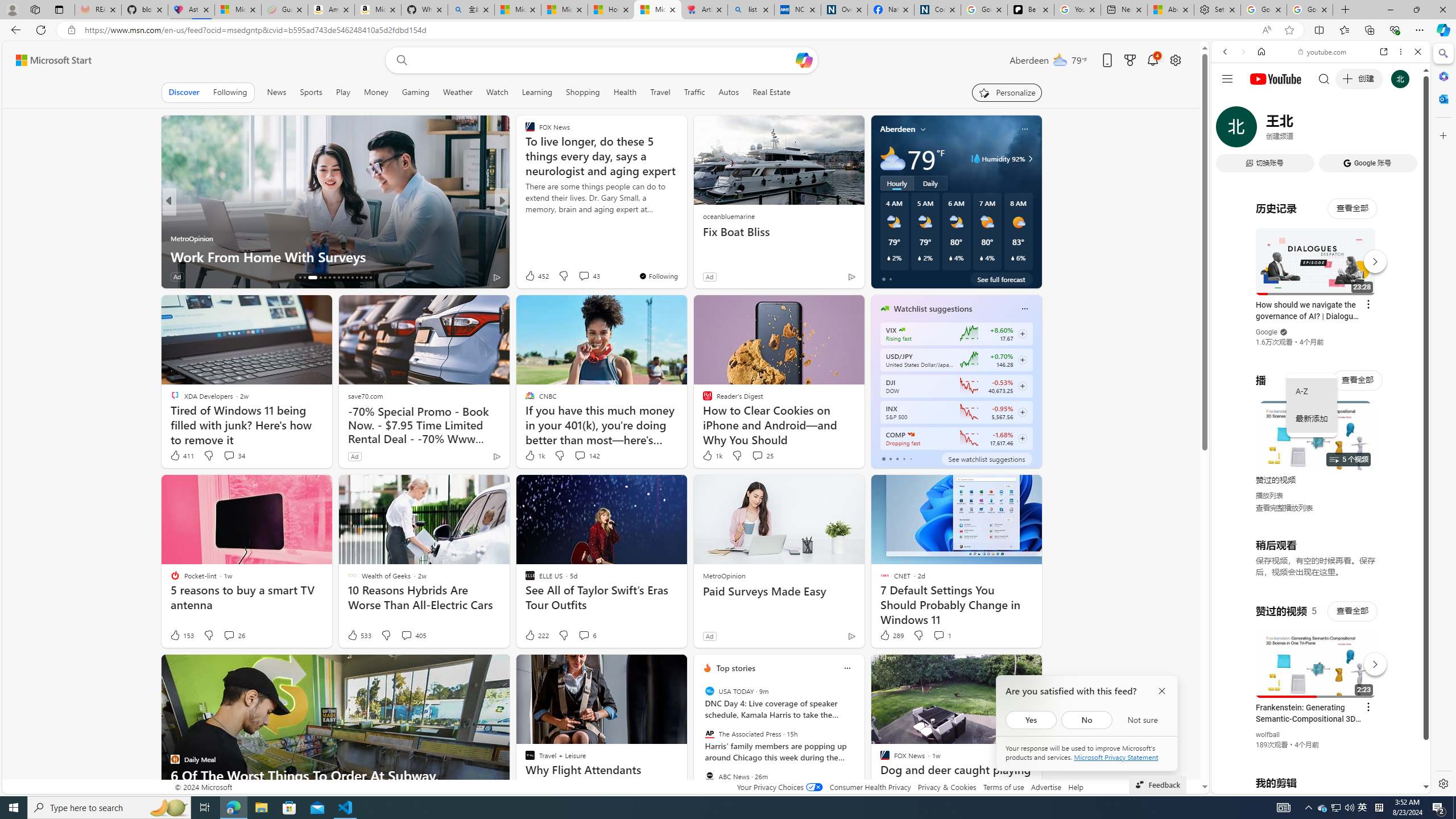  I want to click on 'INSIDER', so click(524, 220).